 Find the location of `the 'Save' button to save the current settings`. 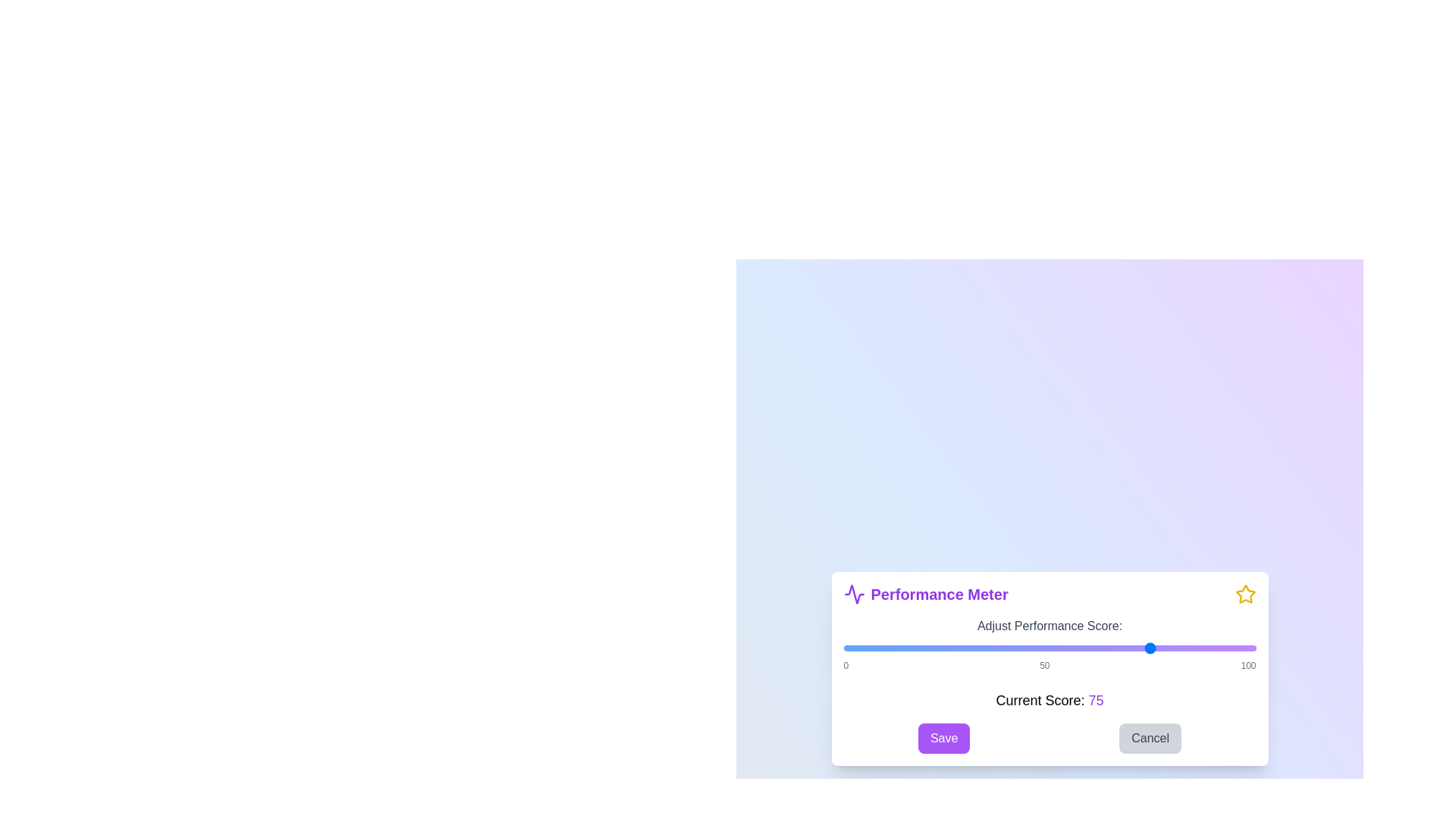

the 'Save' button to save the current settings is located at coordinates (943, 738).